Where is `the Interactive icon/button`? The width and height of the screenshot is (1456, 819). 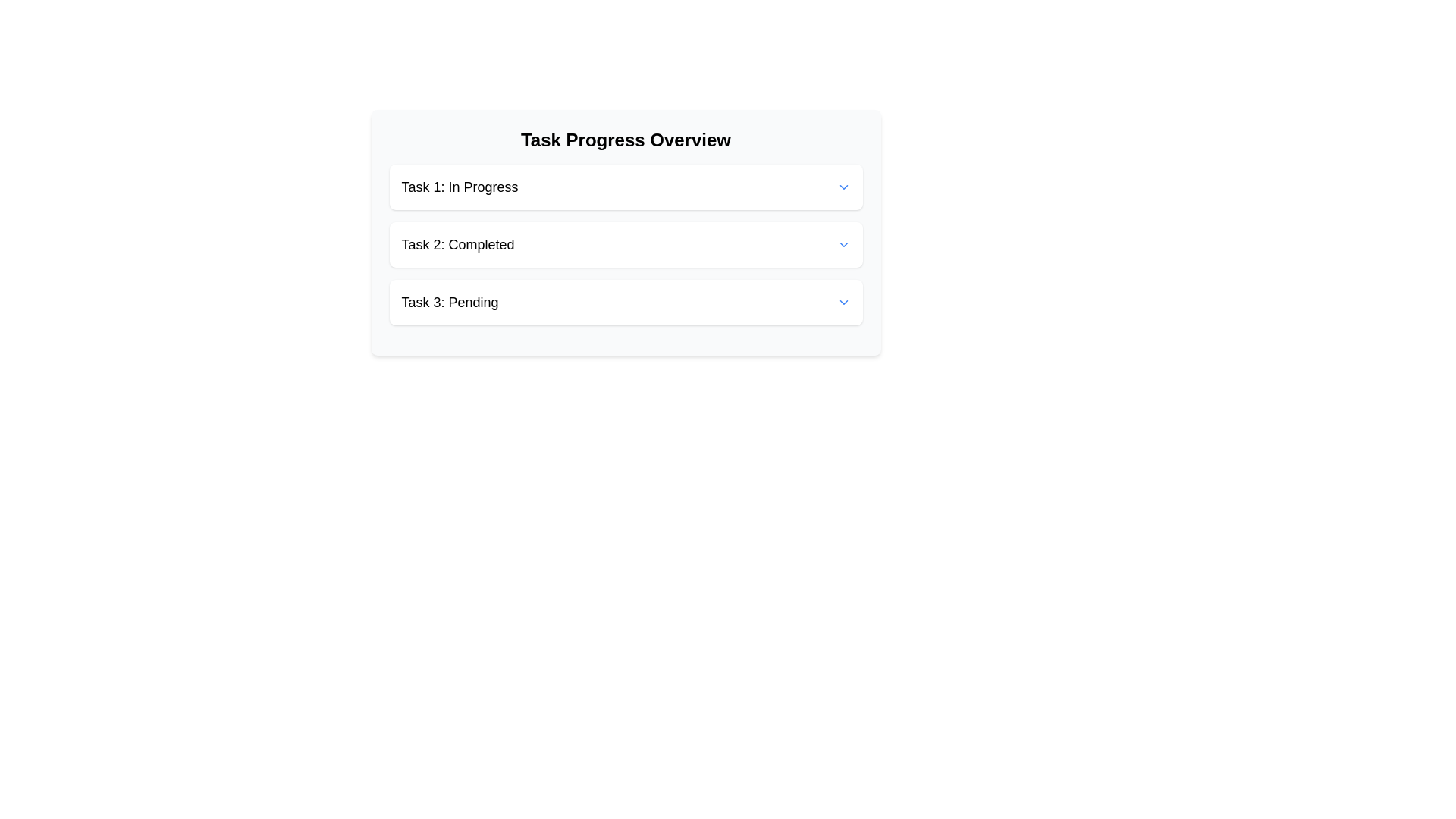 the Interactive icon/button is located at coordinates (843, 186).